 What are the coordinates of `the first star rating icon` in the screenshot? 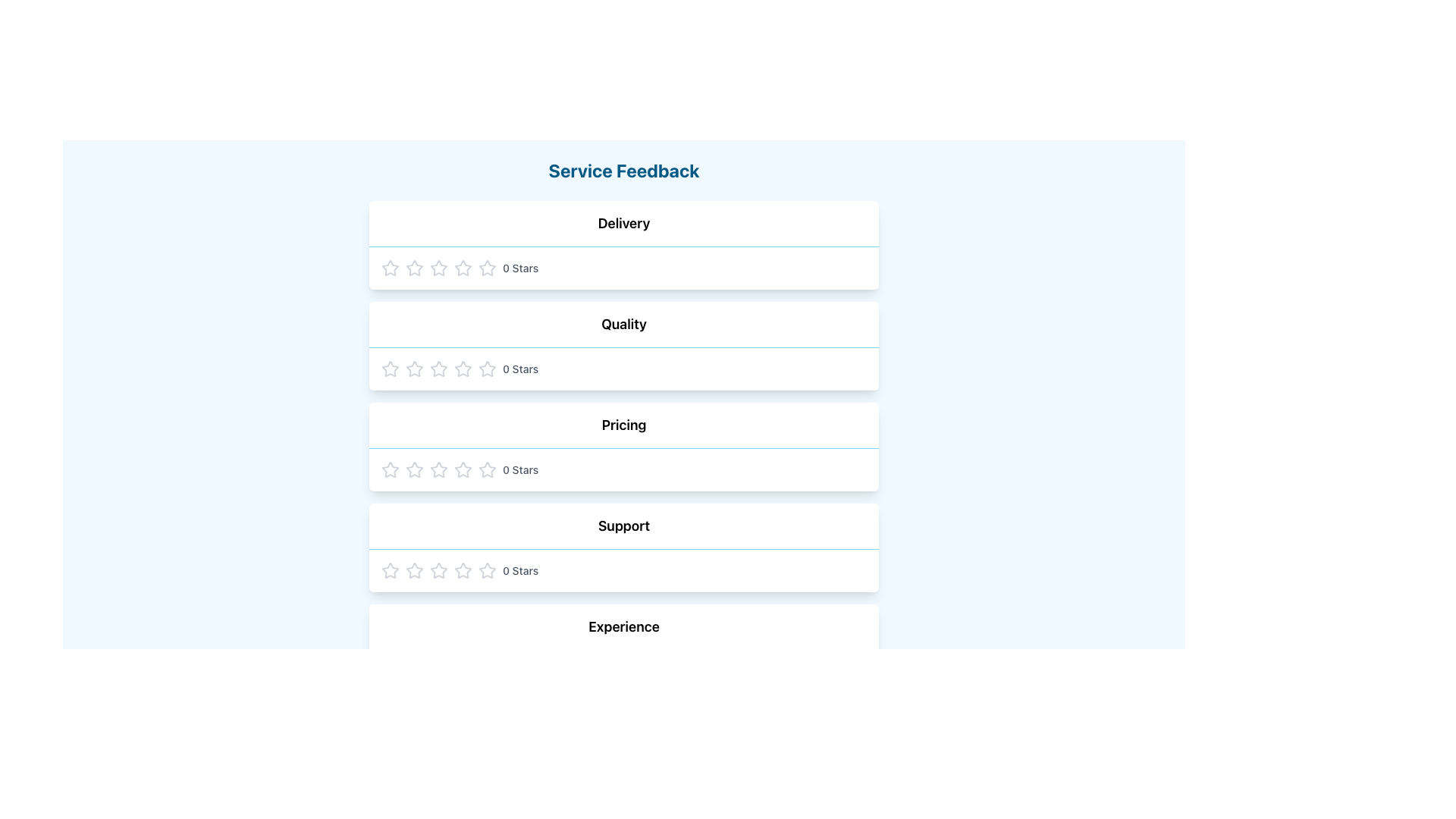 It's located at (438, 469).